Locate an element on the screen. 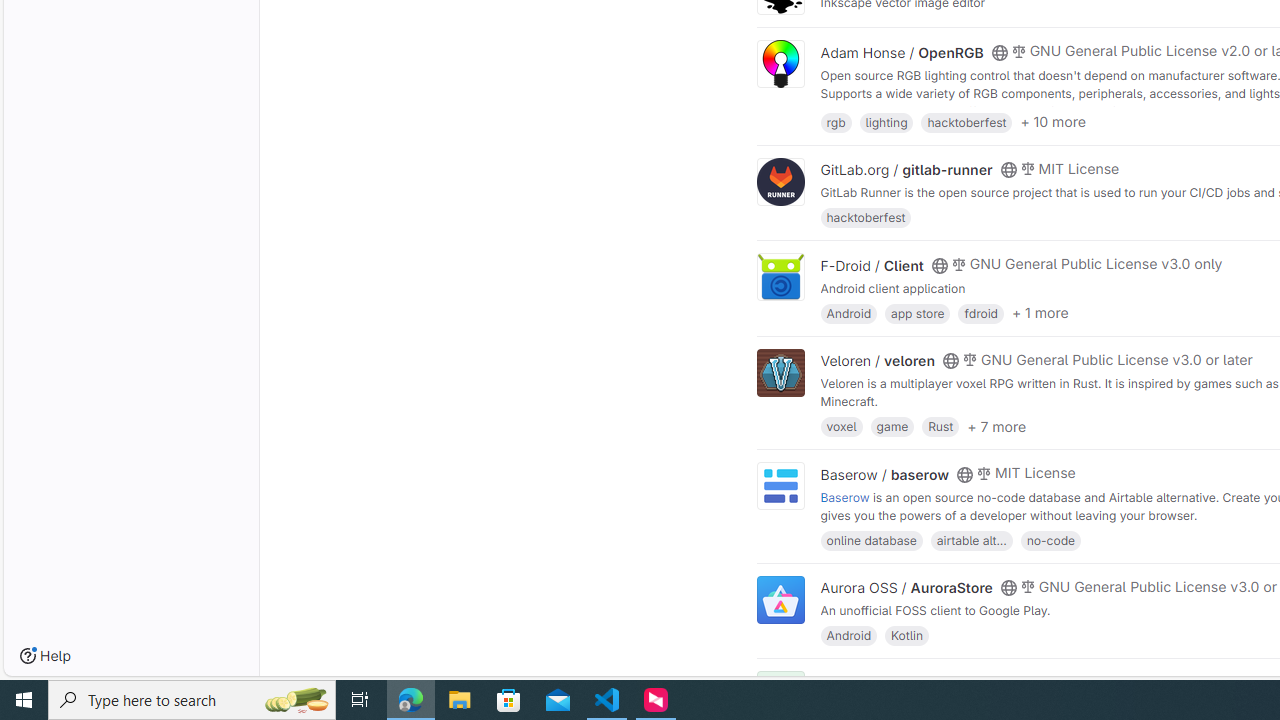 The image size is (1280, 720). 'lighting' is located at coordinates (885, 121).